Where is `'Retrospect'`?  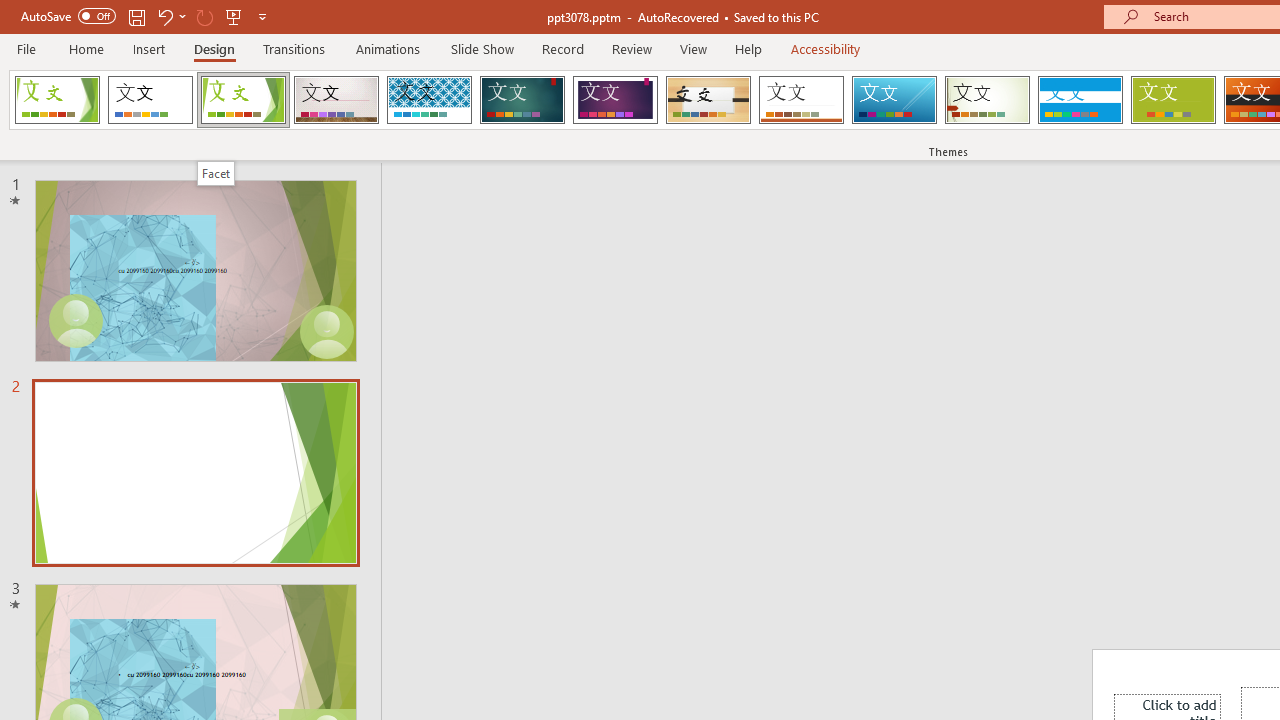
'Retrospect' is located at coordinates (801, 100).